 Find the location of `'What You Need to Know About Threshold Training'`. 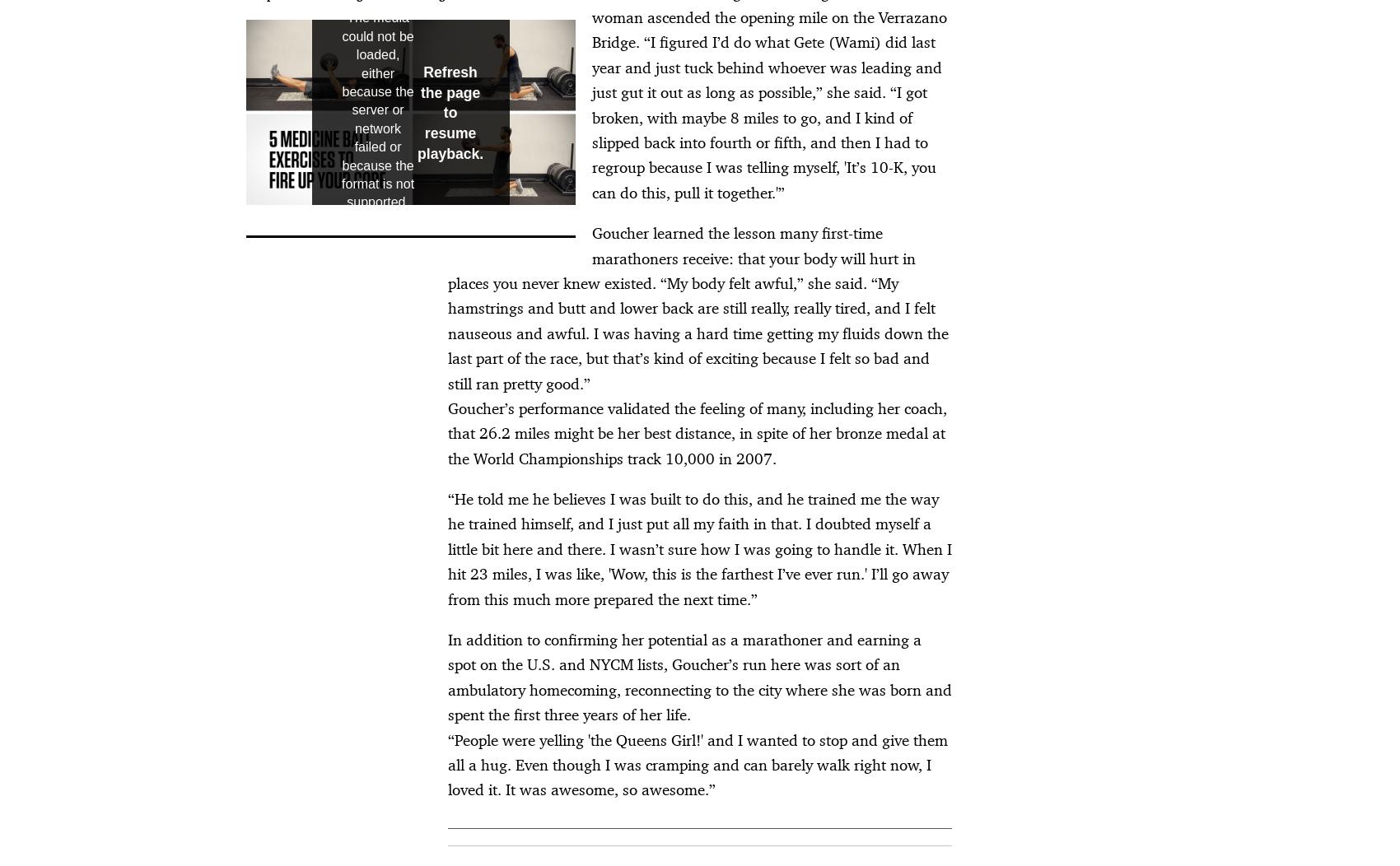

'What You Need to Know About Threshold Training' is located at coordinates (314, 180).